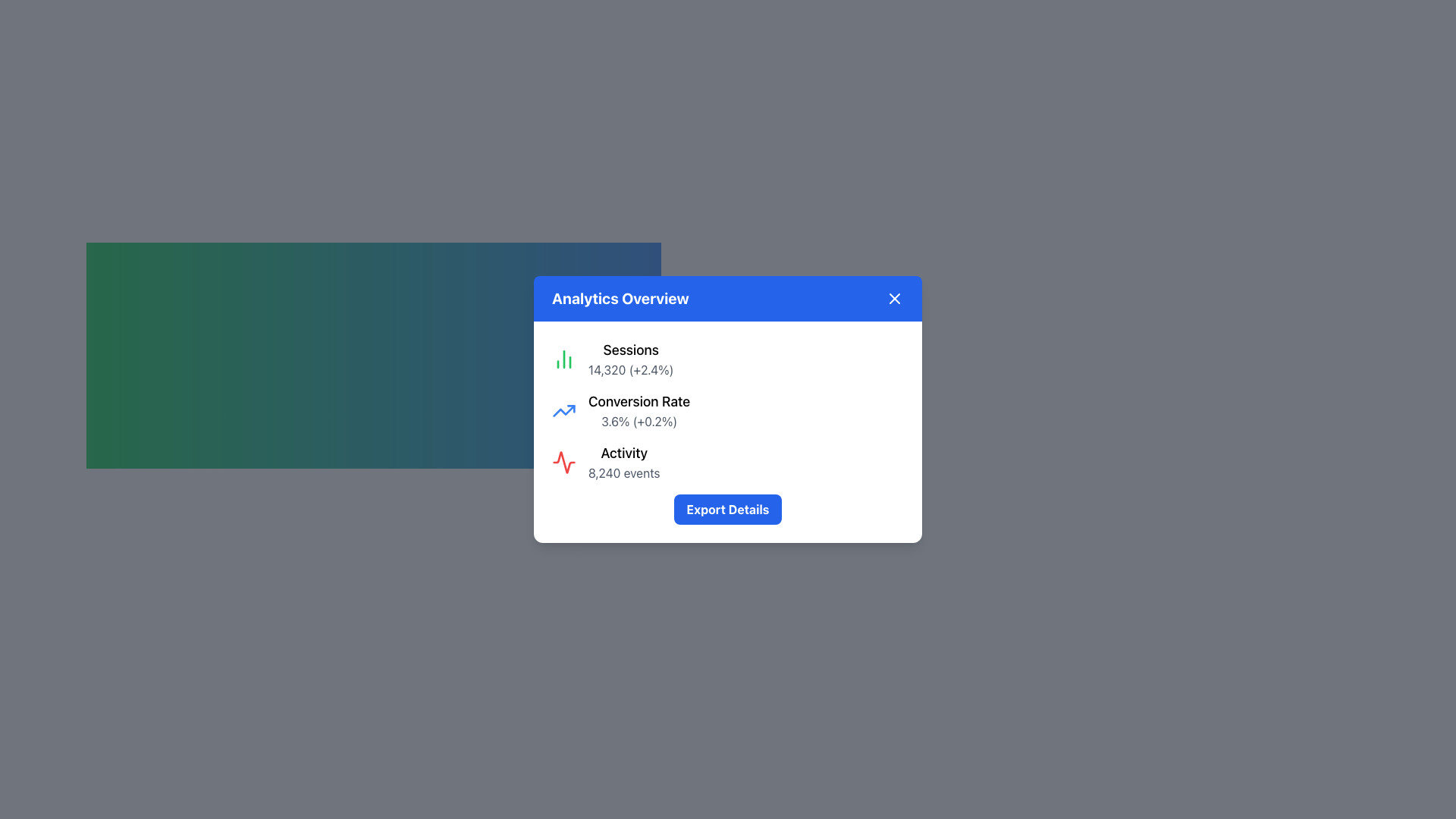 The height and width of the screenshot is (819, 1456). I want to click on the label that describes the conversion rate metric located in the middle section of the 'Analytics Overview' popup, positioned below the 'Sessions' label and above the text '3.6% (+0.2%)', so click(639, 400).